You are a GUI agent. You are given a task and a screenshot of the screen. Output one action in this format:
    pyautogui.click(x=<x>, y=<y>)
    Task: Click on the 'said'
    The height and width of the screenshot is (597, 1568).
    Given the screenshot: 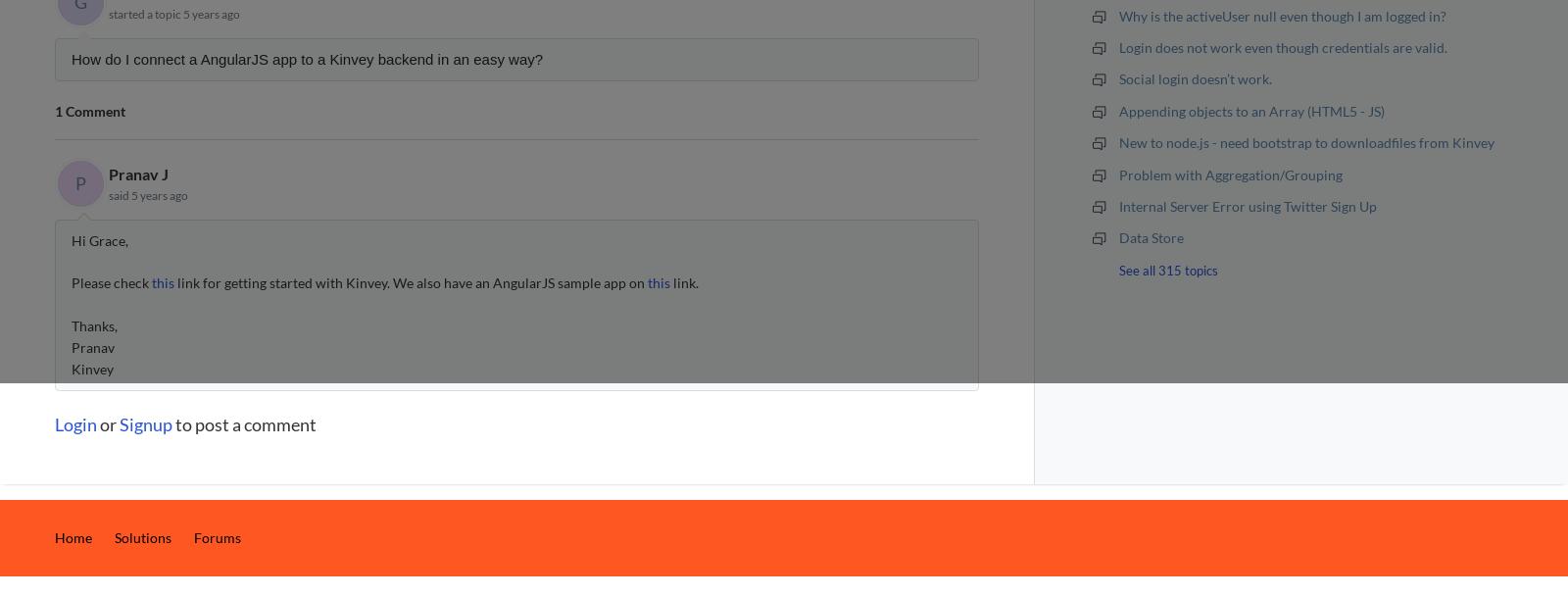 What is the action you would take?
    pyautogui.click(x=119, y=194)
    